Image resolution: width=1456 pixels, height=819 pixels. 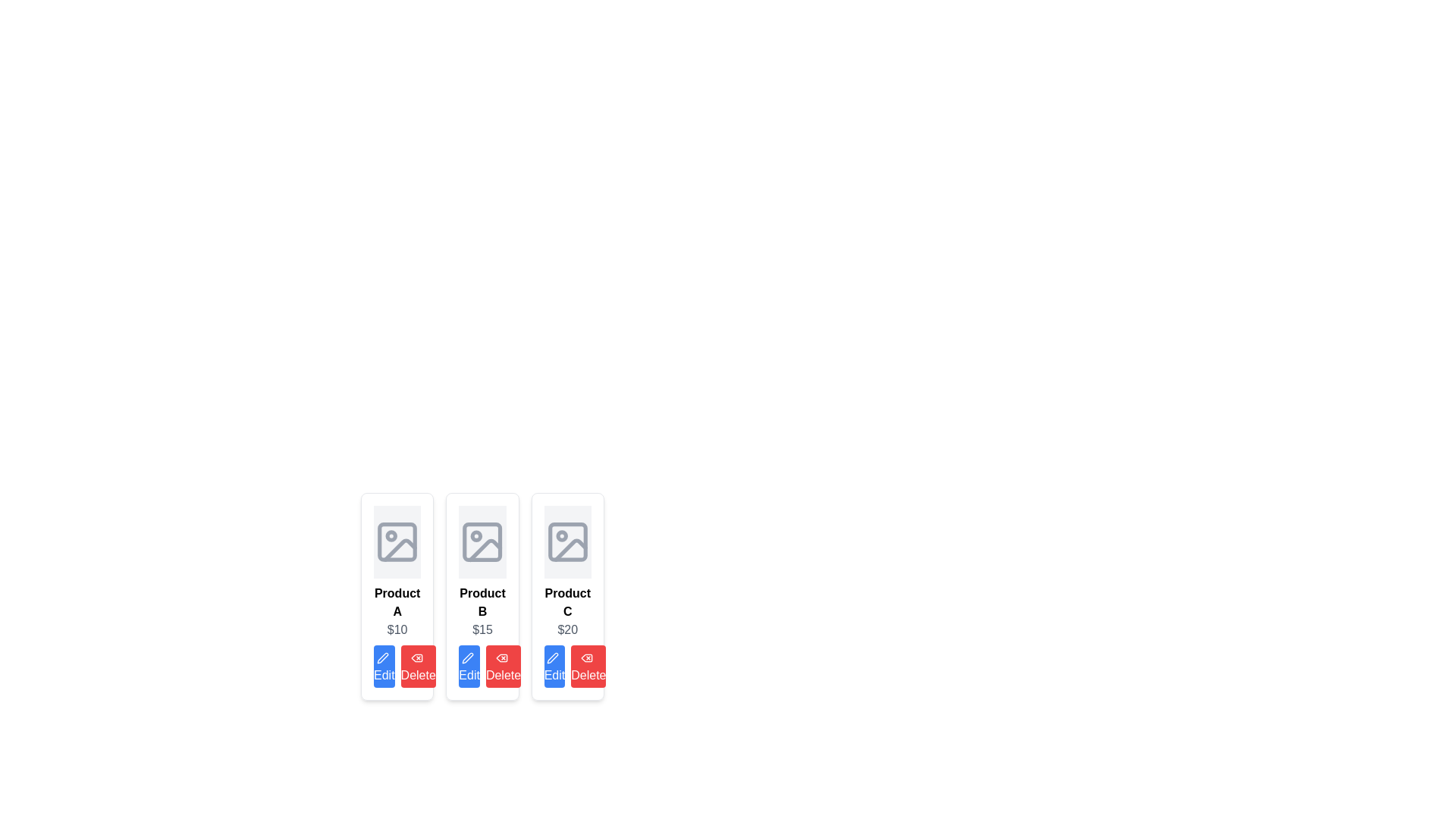 What do you see at coordinates (554, 666) in the screenshot?
I see `the 'Edit' button associated with 'Product C' to observe the hover effects` at bounding box center [554, 666].